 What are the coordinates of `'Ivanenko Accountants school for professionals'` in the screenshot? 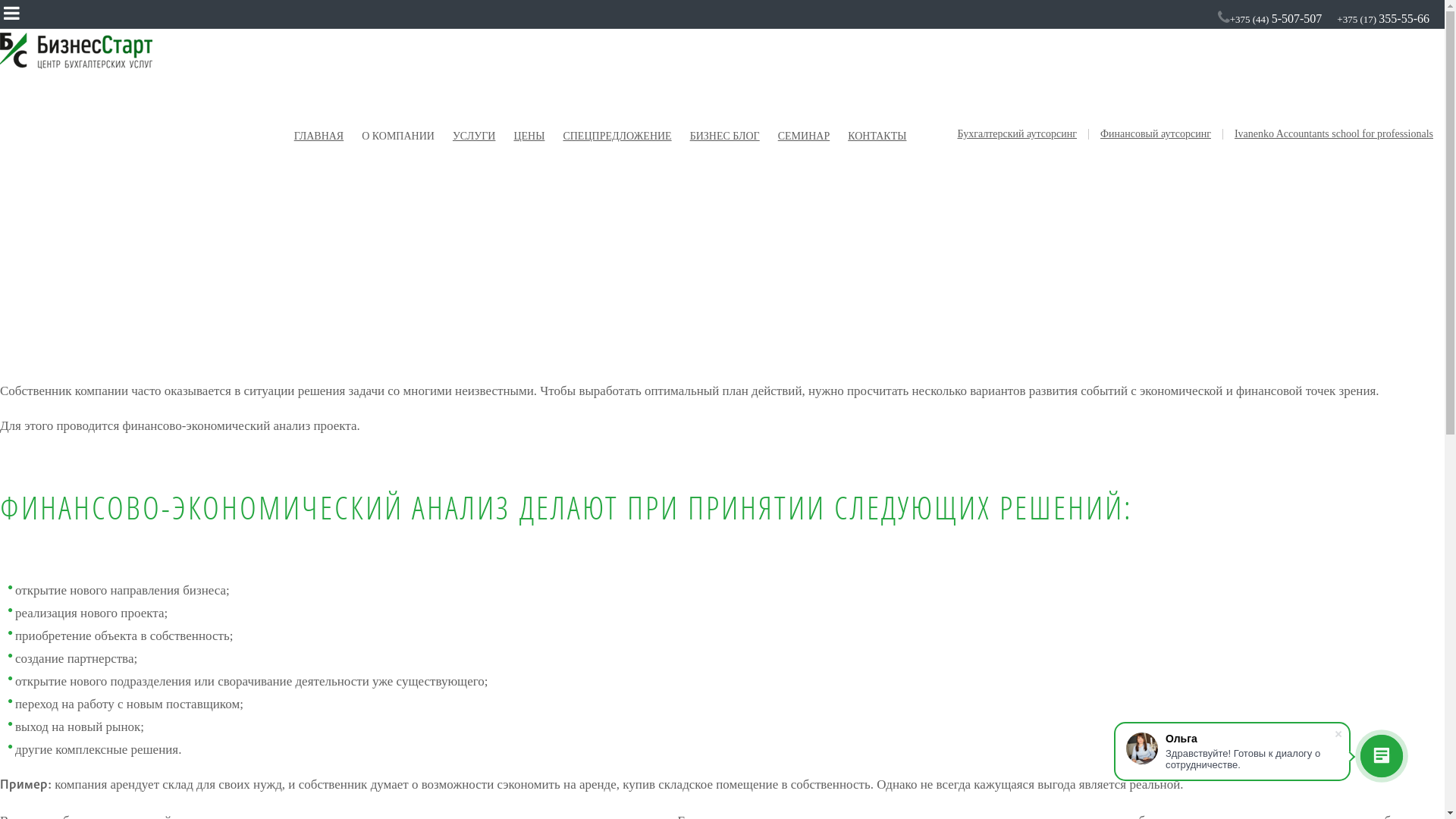 It's located at (1332, 133).